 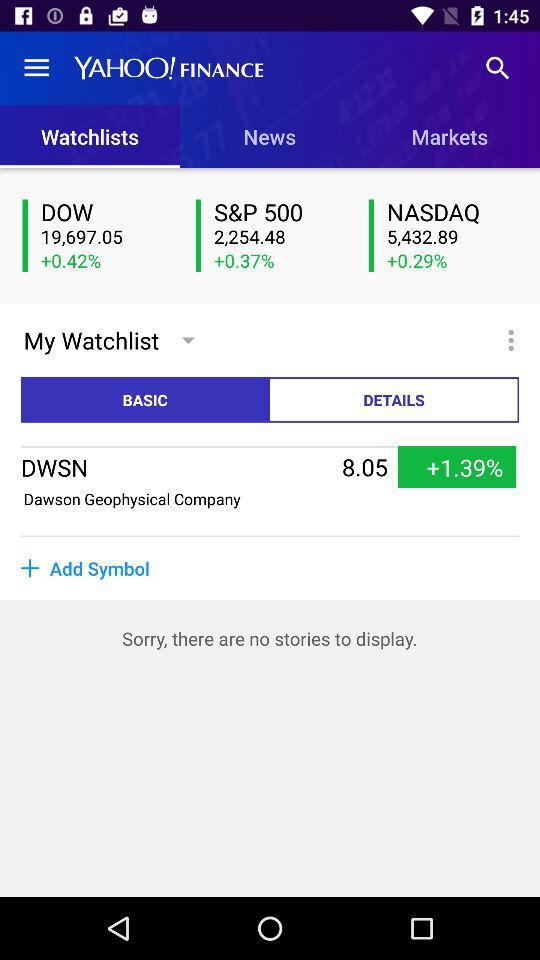 What do you see at coordinates (132, 497) in the screenshot?
I see `the item below the dwsn item` at bounding box center [132, 497].